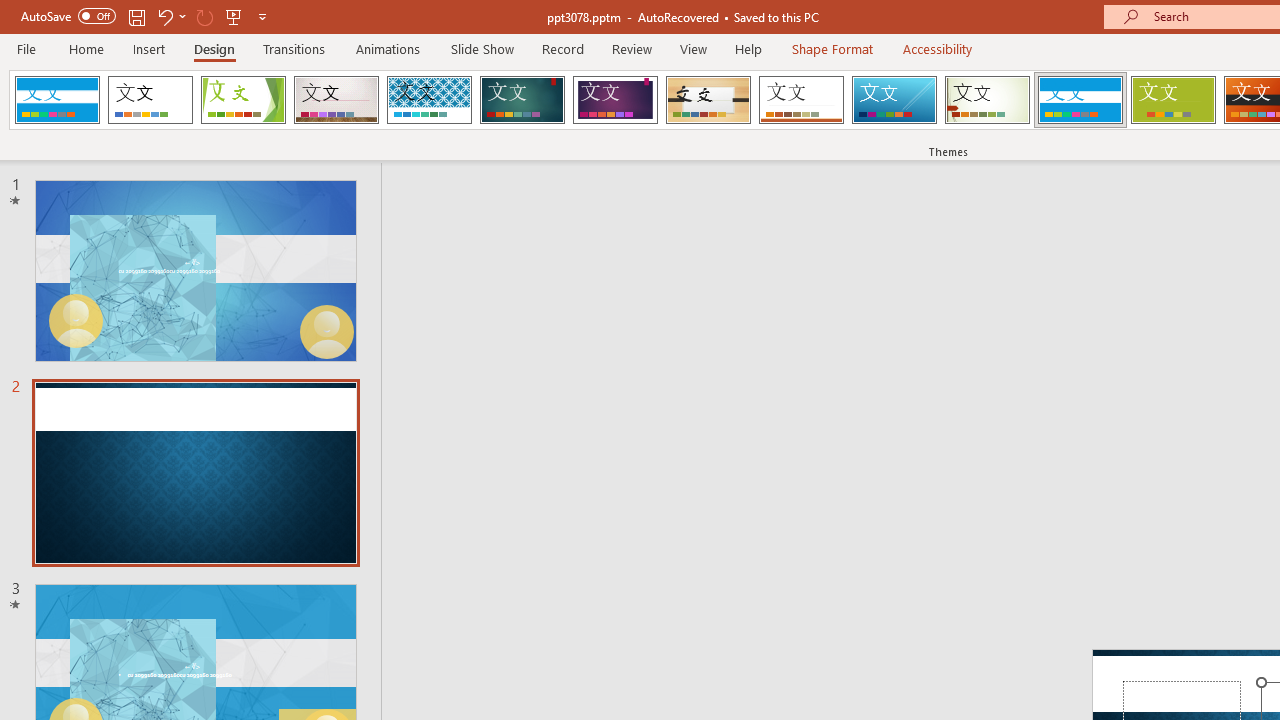 The width and height of the screenshot is (1280, 720). I want to click on 'Slice', so click(893, 100).